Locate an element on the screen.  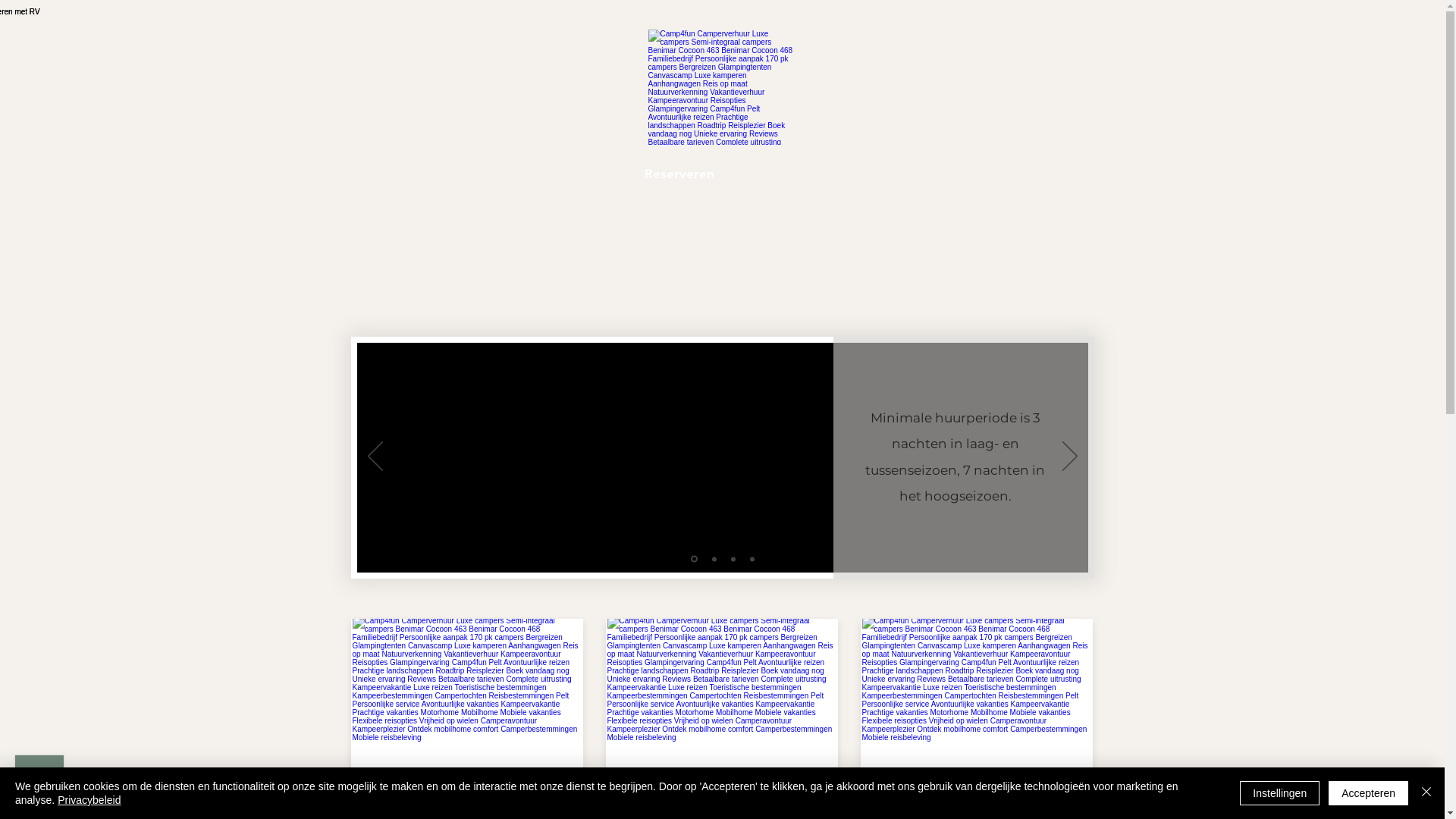
'Accepteren' is located at coordinates (1368, 792).